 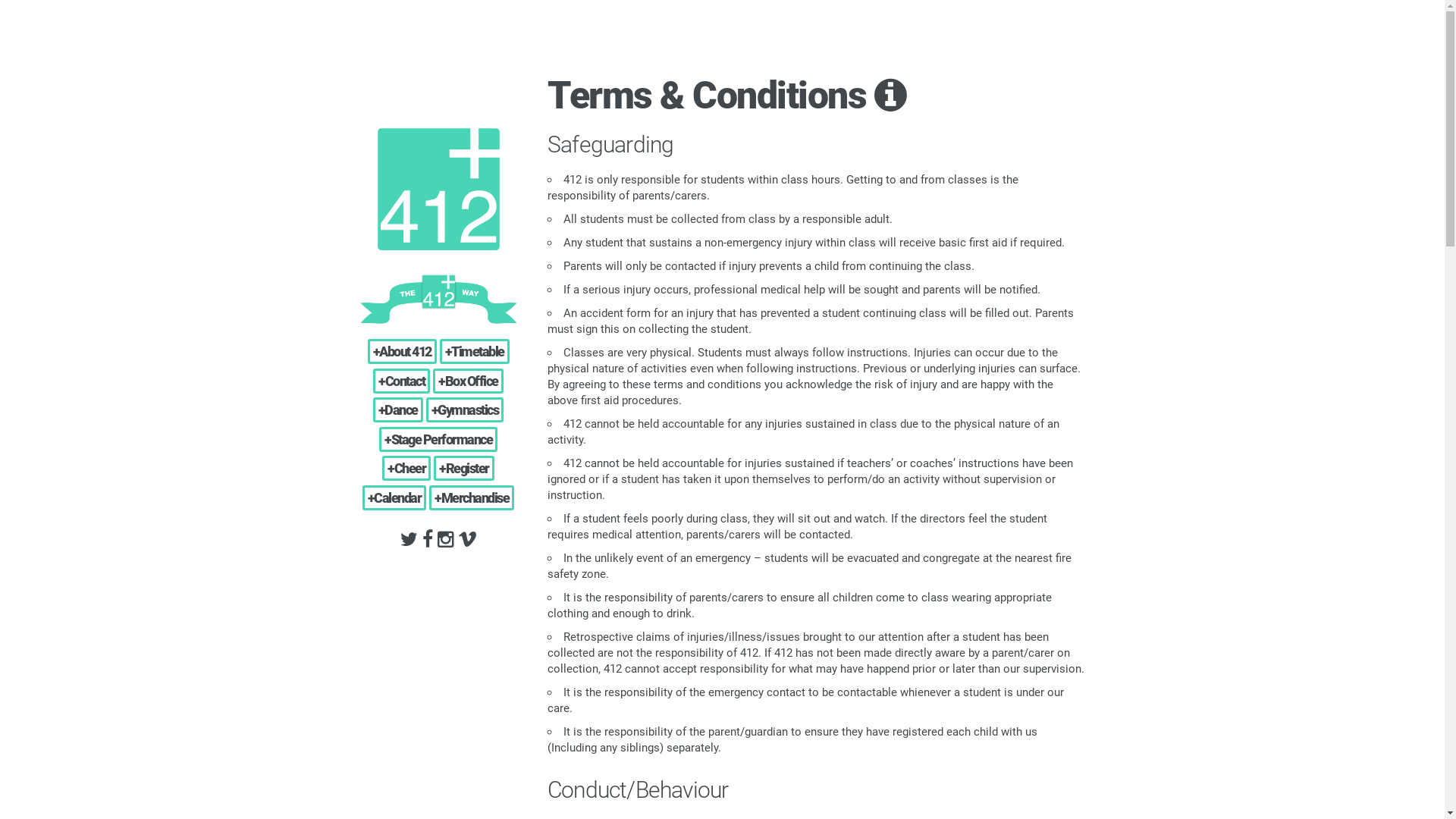 What do you see at coordinates (375, 188) in the screenshot?
I see `'Home'` at bounding box center [375, 188].